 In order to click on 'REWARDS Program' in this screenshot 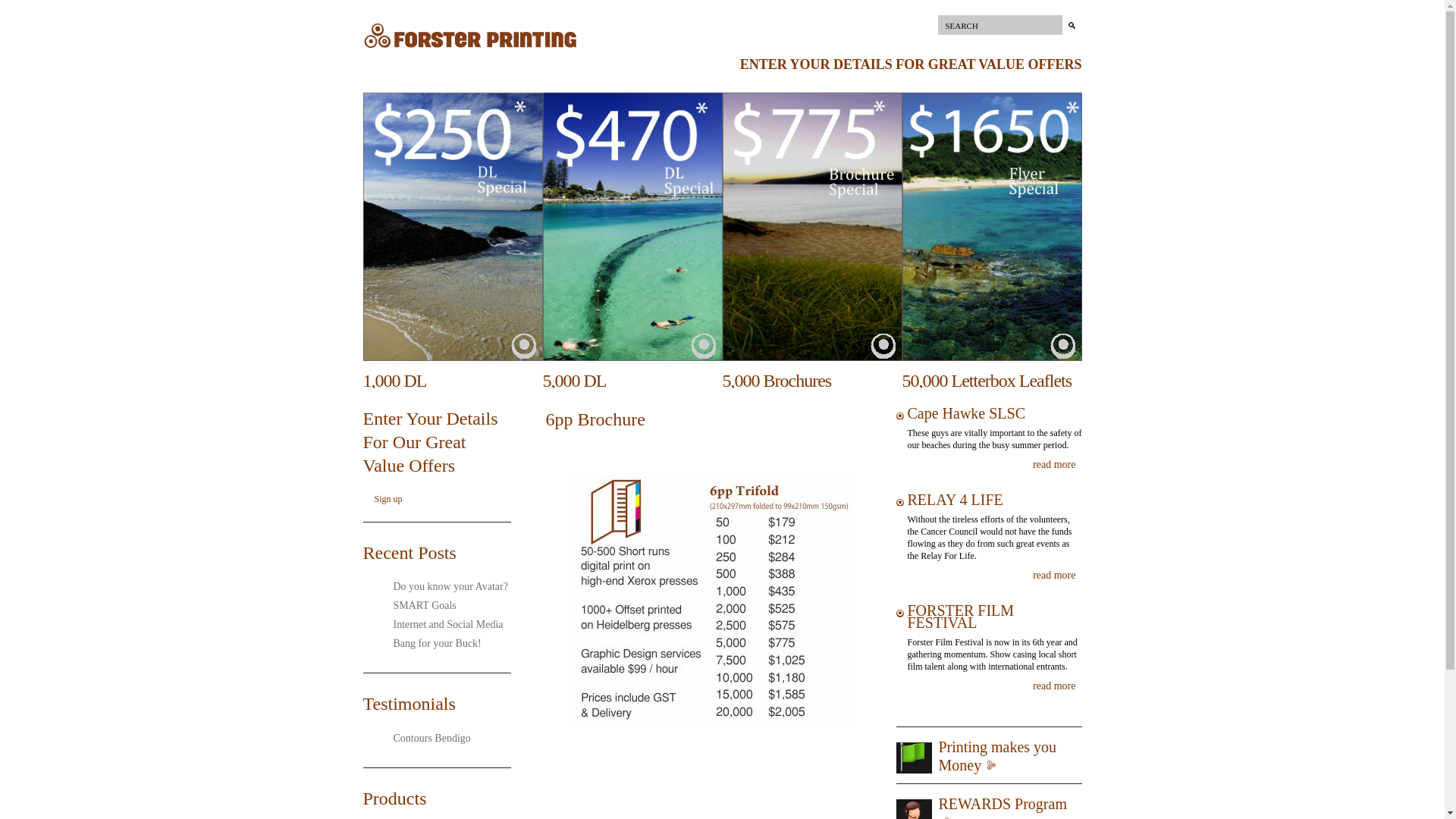, I will do `click(1003, 803)`.